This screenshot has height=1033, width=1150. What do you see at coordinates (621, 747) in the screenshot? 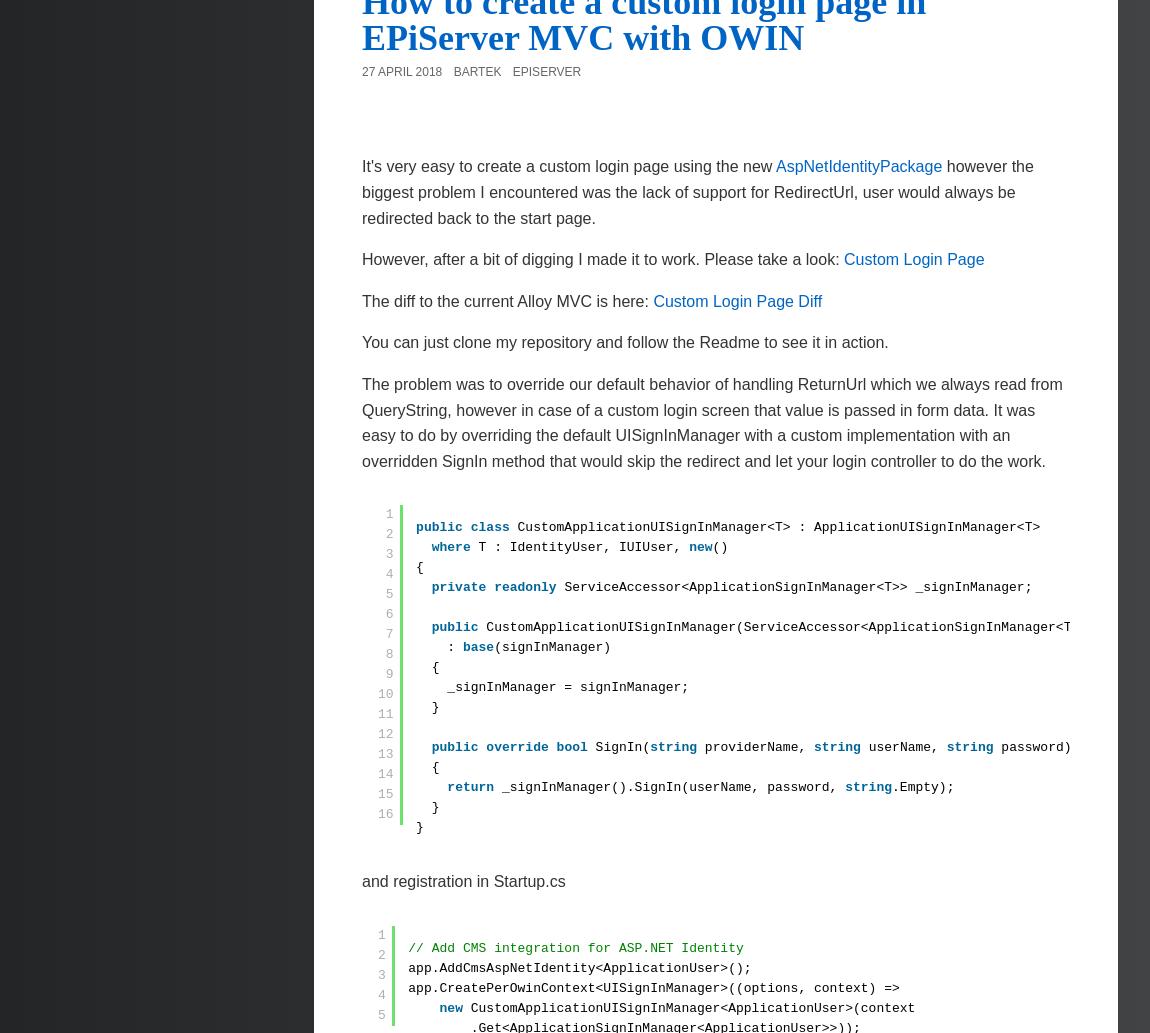
I see `'SignIn('` at bounding box center [621, 747].